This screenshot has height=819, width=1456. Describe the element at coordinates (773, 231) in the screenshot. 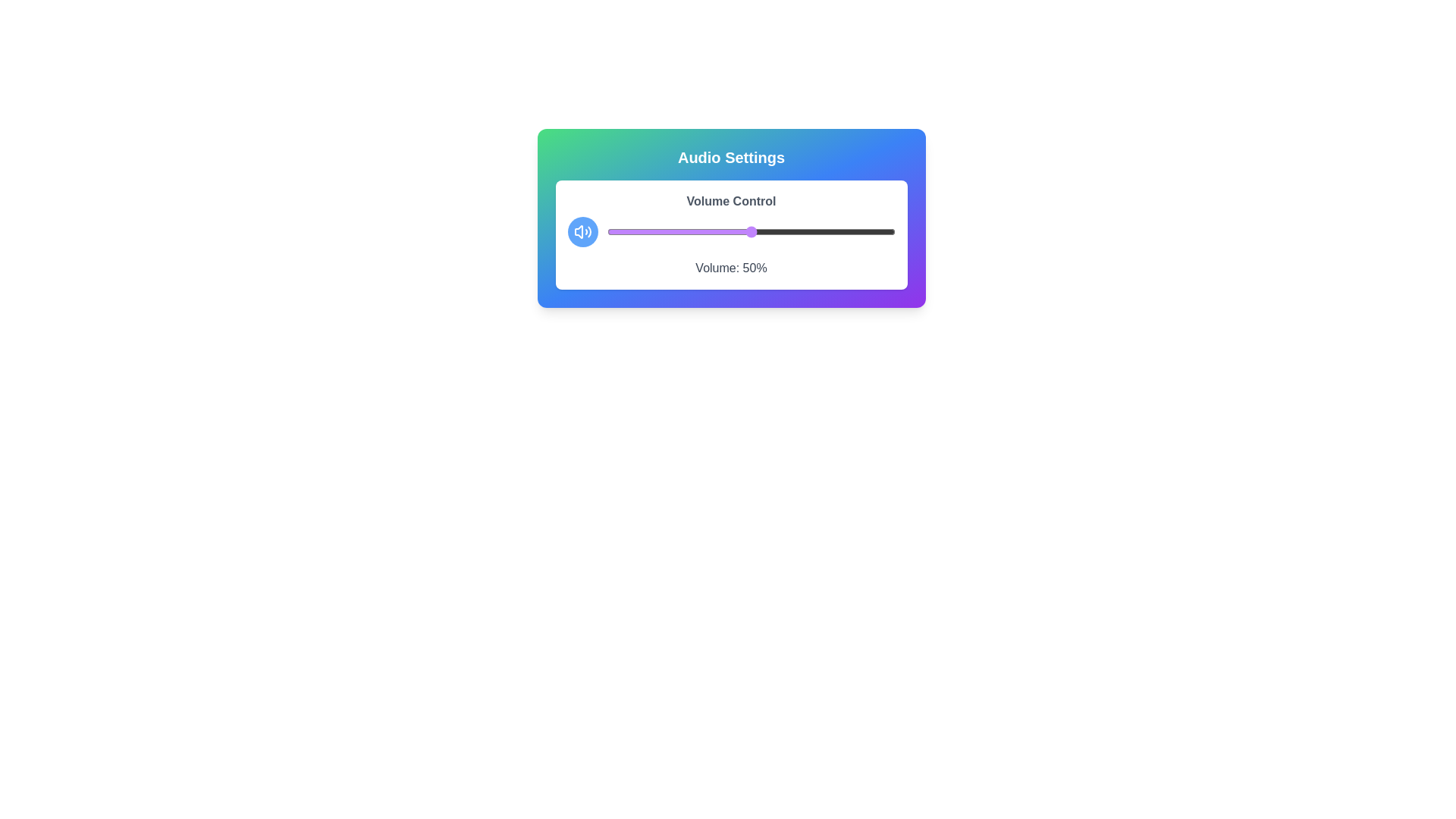

I see `volume` at that location.